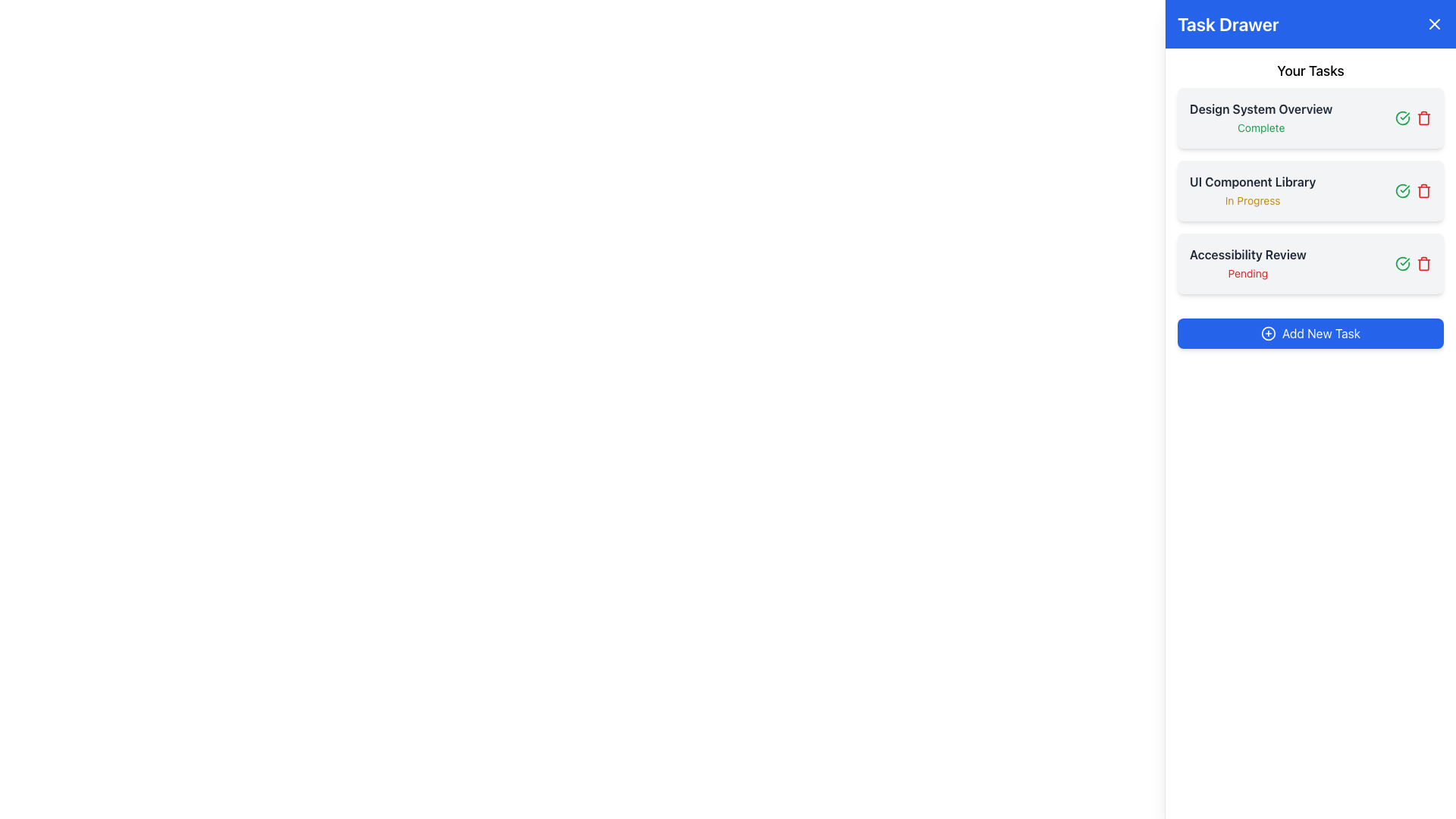 The width and height of the screenshot is (1456, 819). What do you see at coordinates (1401, 262) in the screenshot?
I see `the Icon Button located to the right of the 'Design System Overview' task listing under 'Your Tasks' in the Task Drawer` at bounding box center [1401, 262].